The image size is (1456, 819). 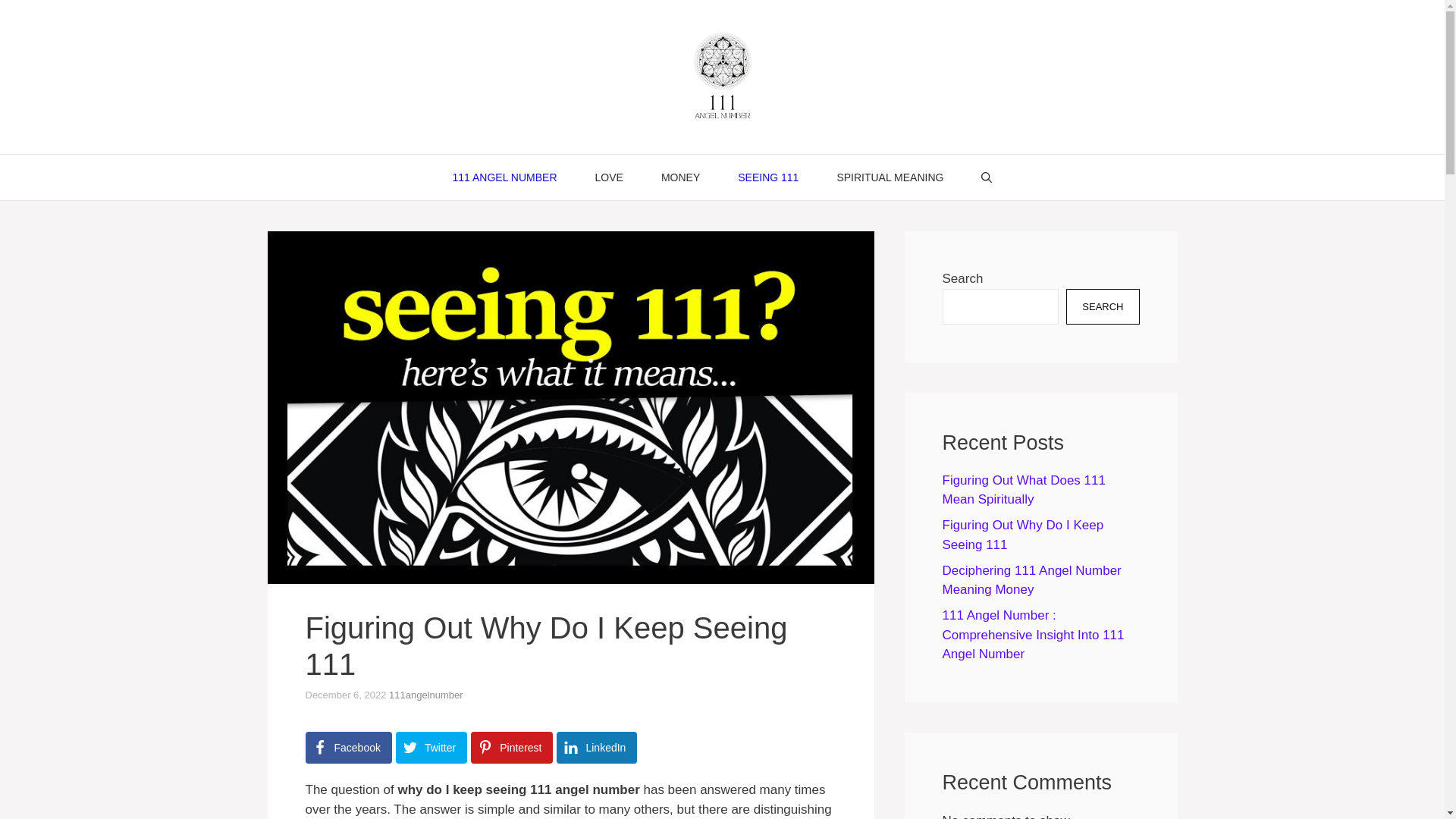 What do you see at coordinates (890, 177) in the screenshot?
I see `'SPIRITUAL MEANING'` at bounding box center [890, 177].